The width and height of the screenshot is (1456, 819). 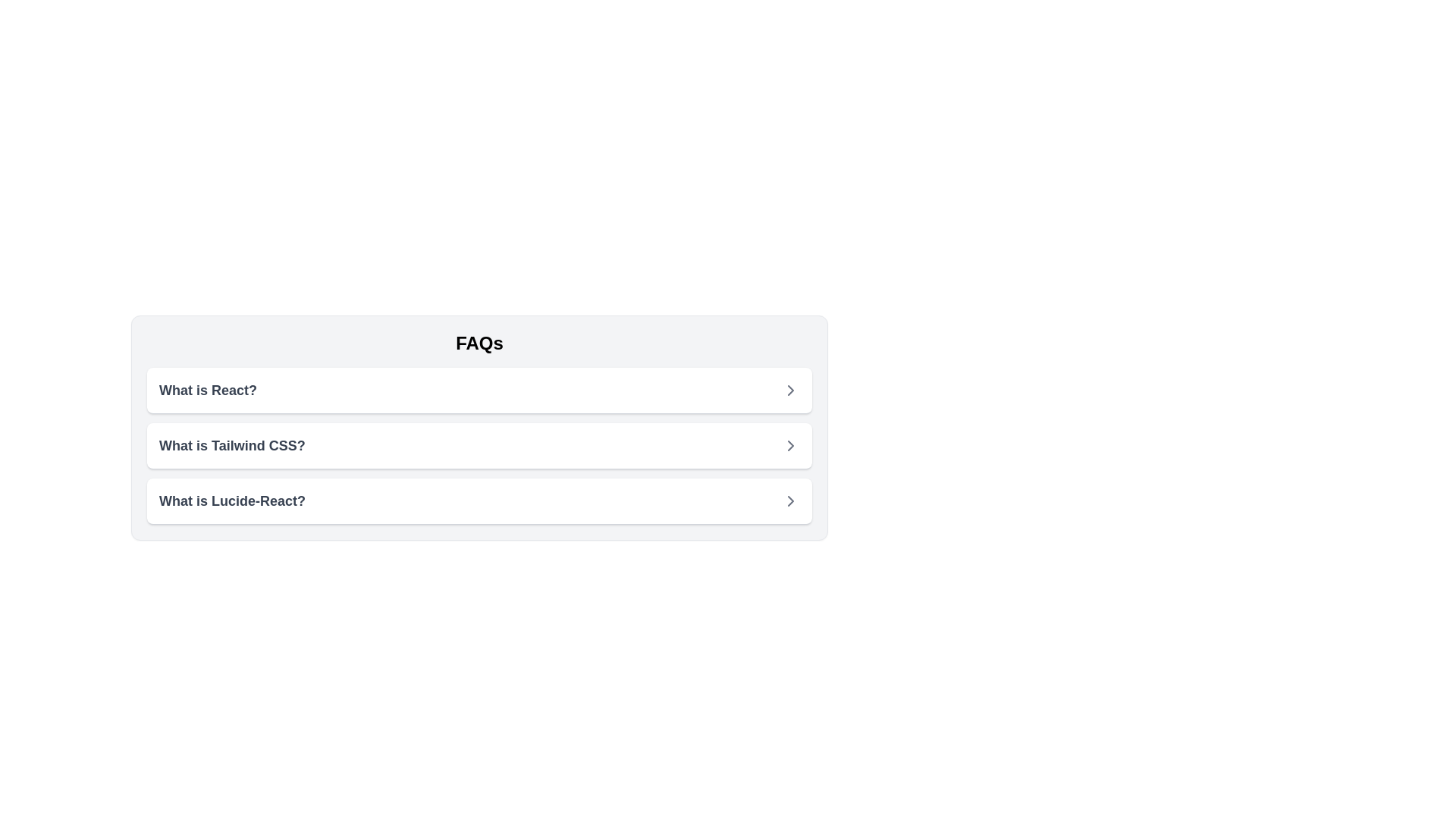 What do you see at coordinates (789, 500) in the screenshot?
I see `the small right-pointing chevron arrow icon located next to the section labeled 'What is Lucide-React?' in the third entry of the FAQ list` at bounding box center [789, 500].